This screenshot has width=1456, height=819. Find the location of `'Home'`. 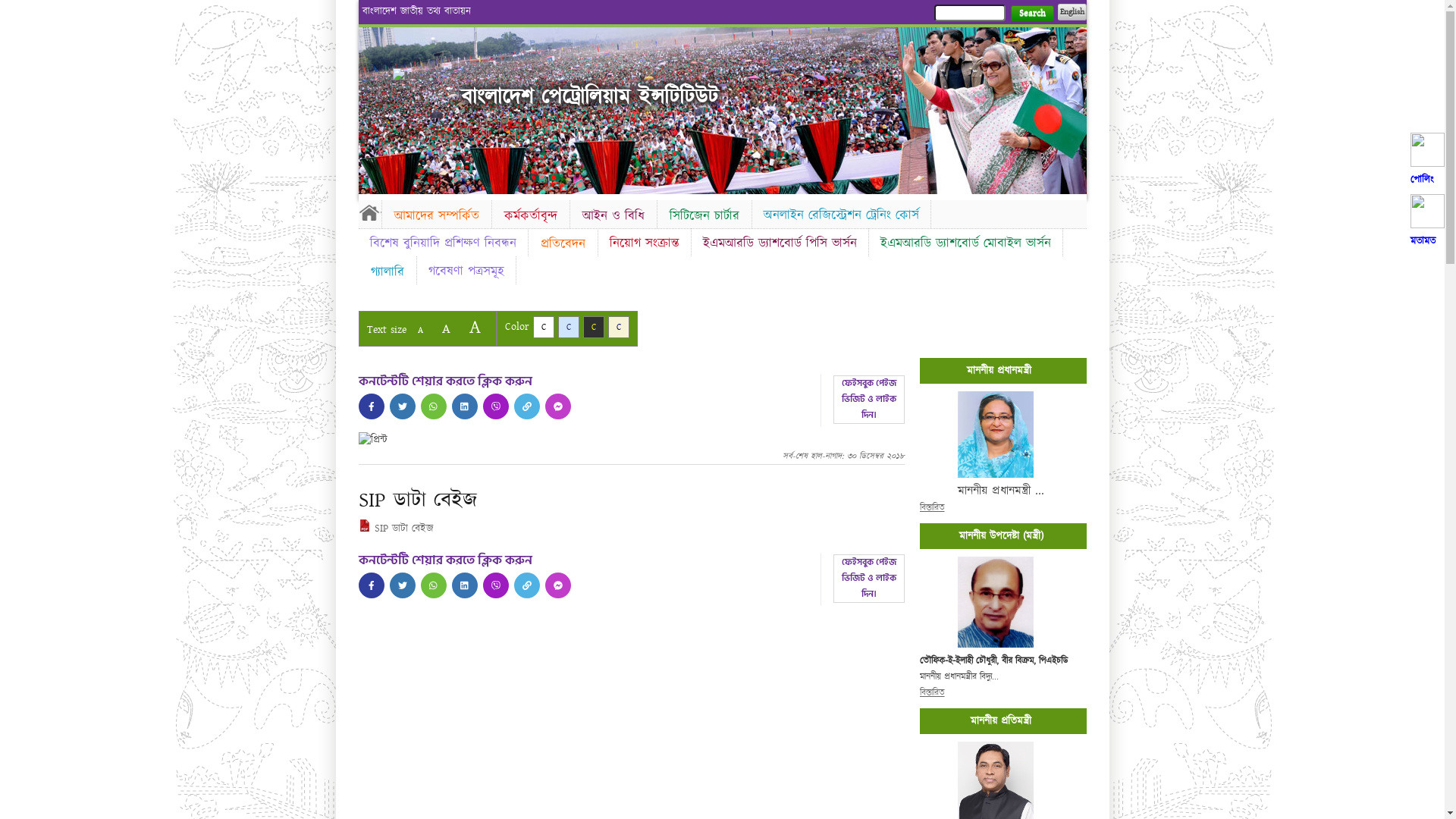

'Home' is located at coordinates (369, 212).